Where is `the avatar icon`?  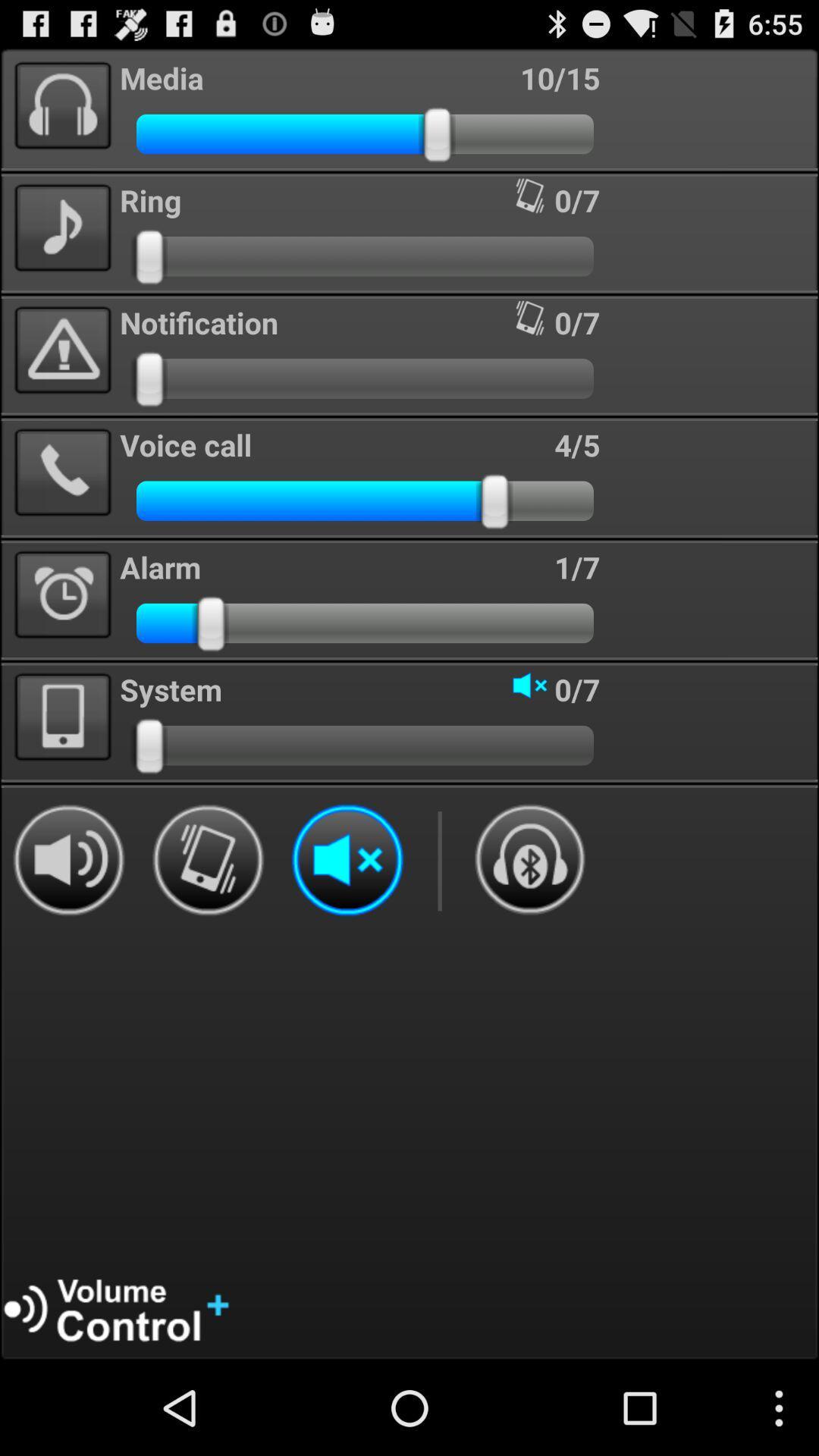 the avatar icon is located at coordinates (62, 112).